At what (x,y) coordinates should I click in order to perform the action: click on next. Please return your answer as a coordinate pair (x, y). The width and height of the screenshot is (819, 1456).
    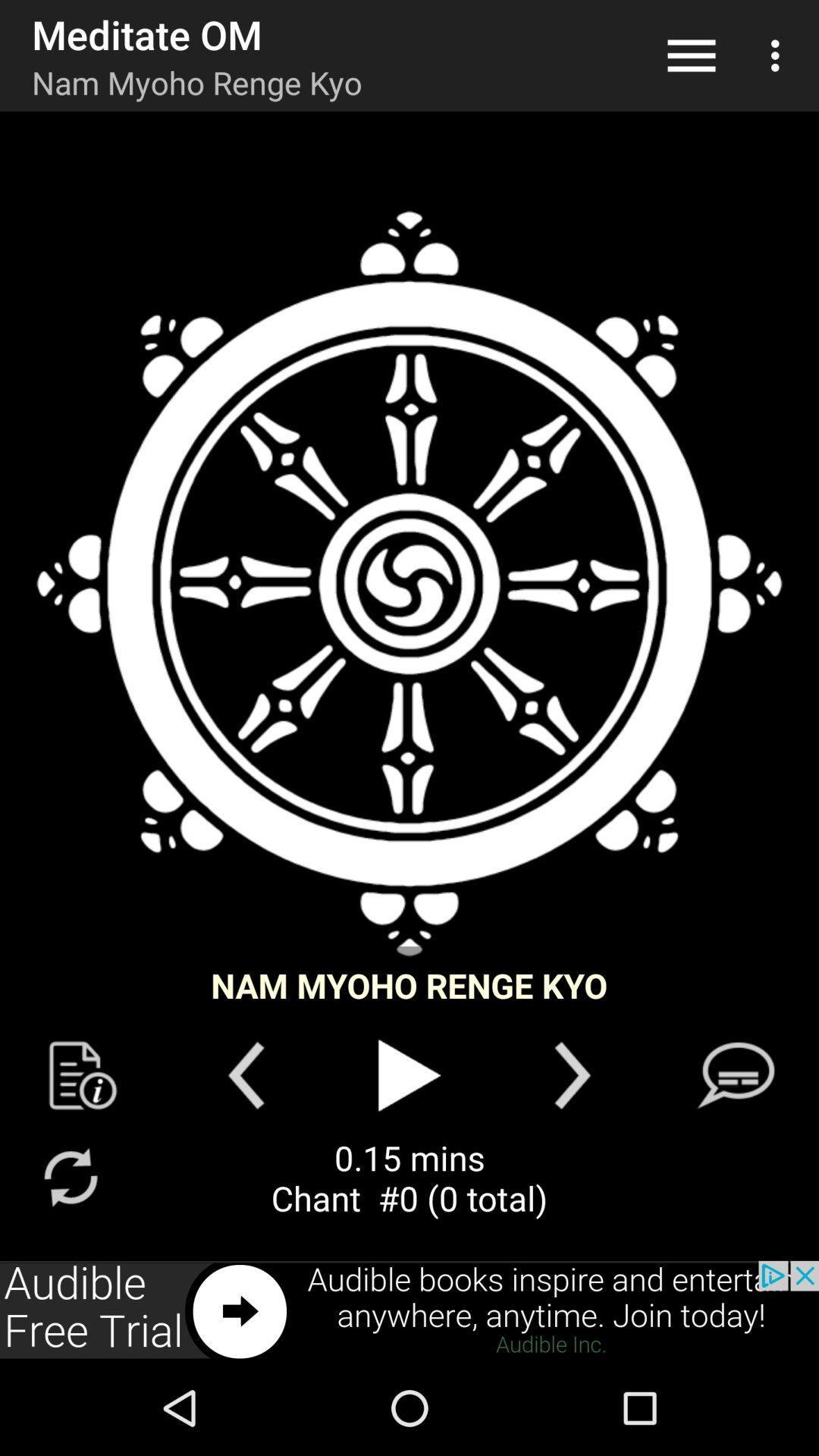
    Looking at the image, I should click on (573, 1075).